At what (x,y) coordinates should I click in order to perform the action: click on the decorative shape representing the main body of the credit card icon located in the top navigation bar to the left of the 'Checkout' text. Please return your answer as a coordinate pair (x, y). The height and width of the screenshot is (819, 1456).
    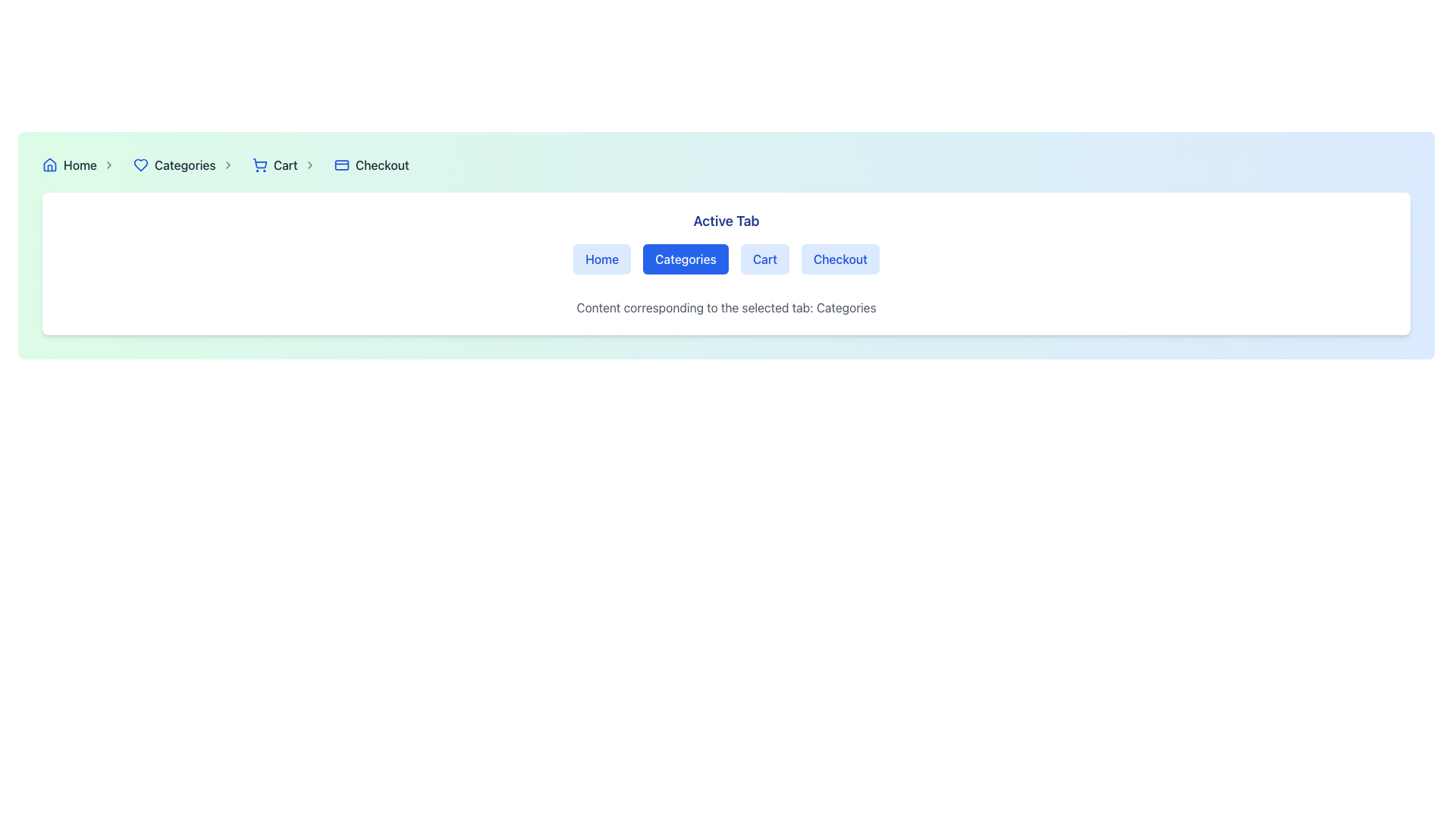
    Looking at the image, I should click on (340, 165).